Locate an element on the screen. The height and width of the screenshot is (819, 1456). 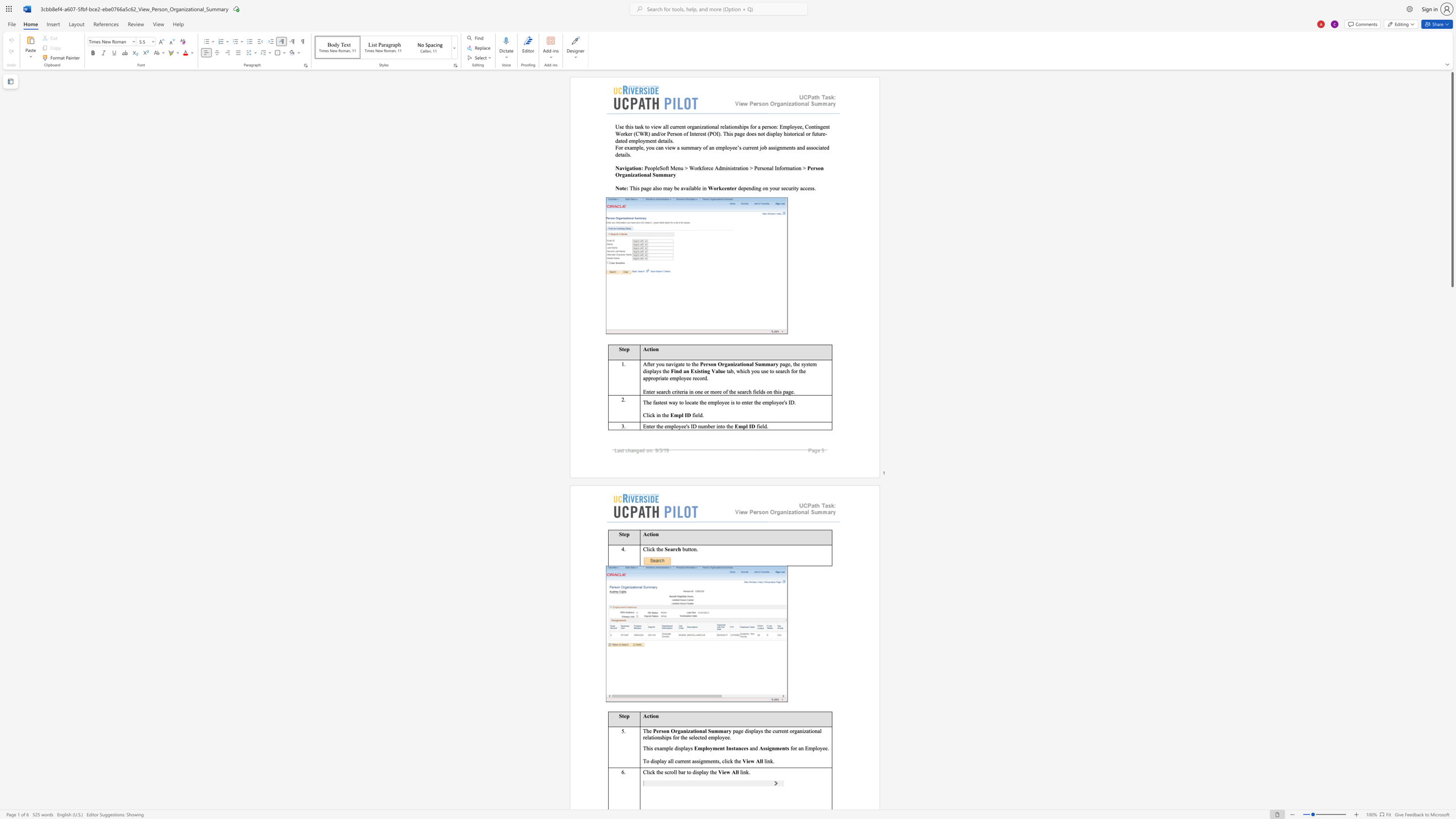
the subset text "onal Sum" within the text "Person Organizational Summary" is located at coordinates (640, 174).